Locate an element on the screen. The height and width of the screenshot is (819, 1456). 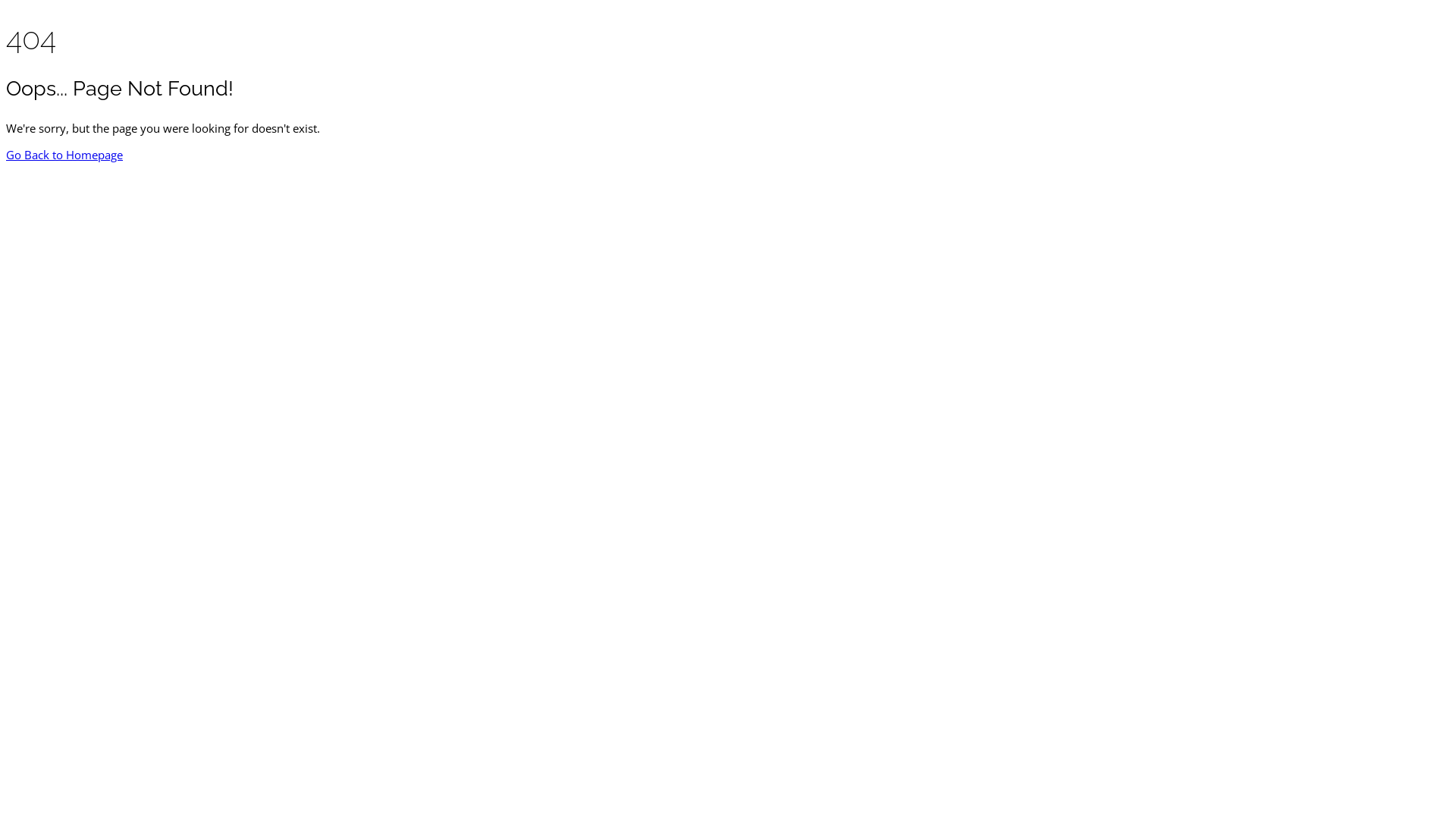
'Go Back to Homepage' is located at coordinates (64, 155).